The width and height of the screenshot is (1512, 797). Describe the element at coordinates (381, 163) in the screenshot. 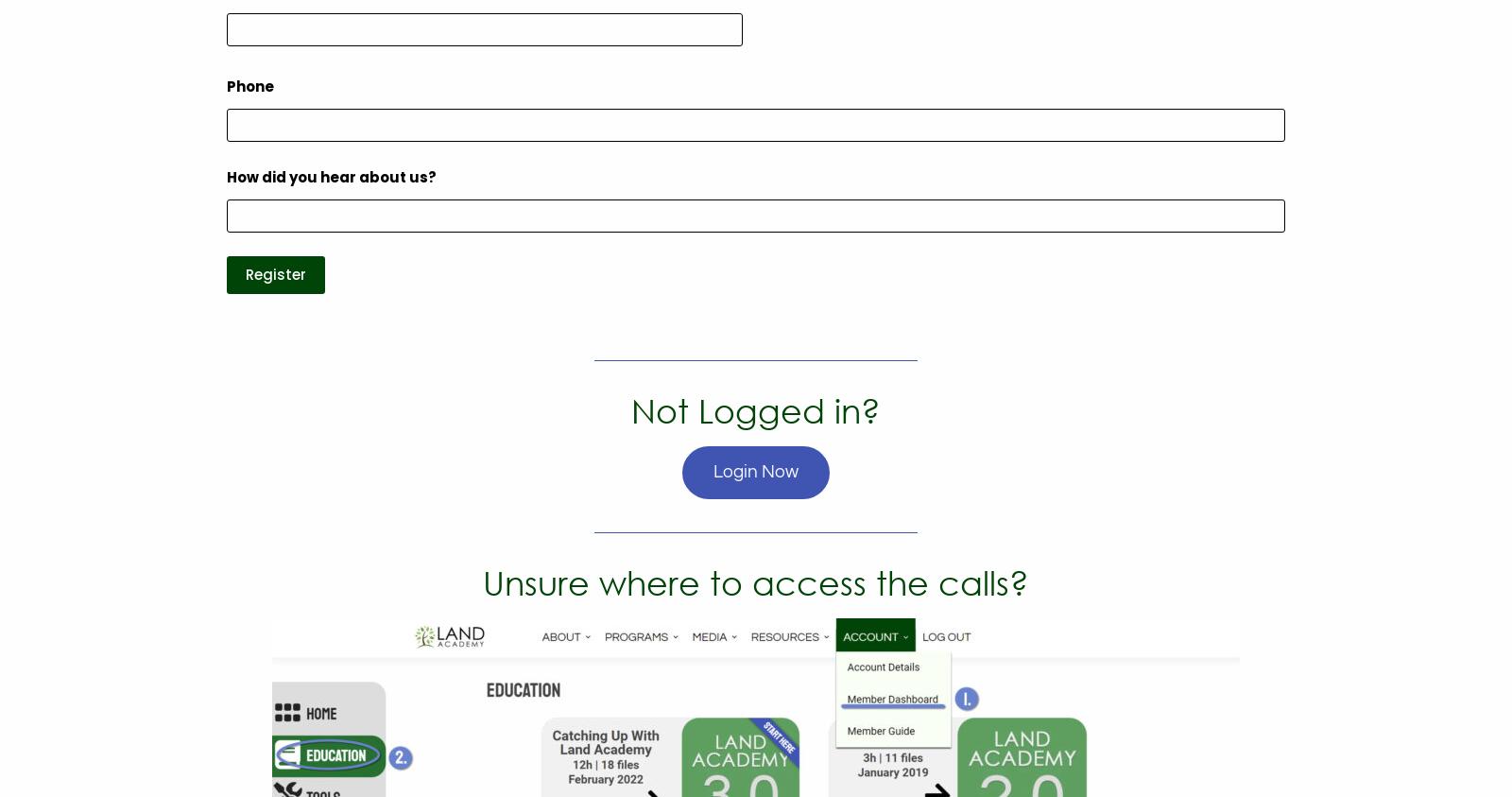

I see `'Podcast'` at that location.